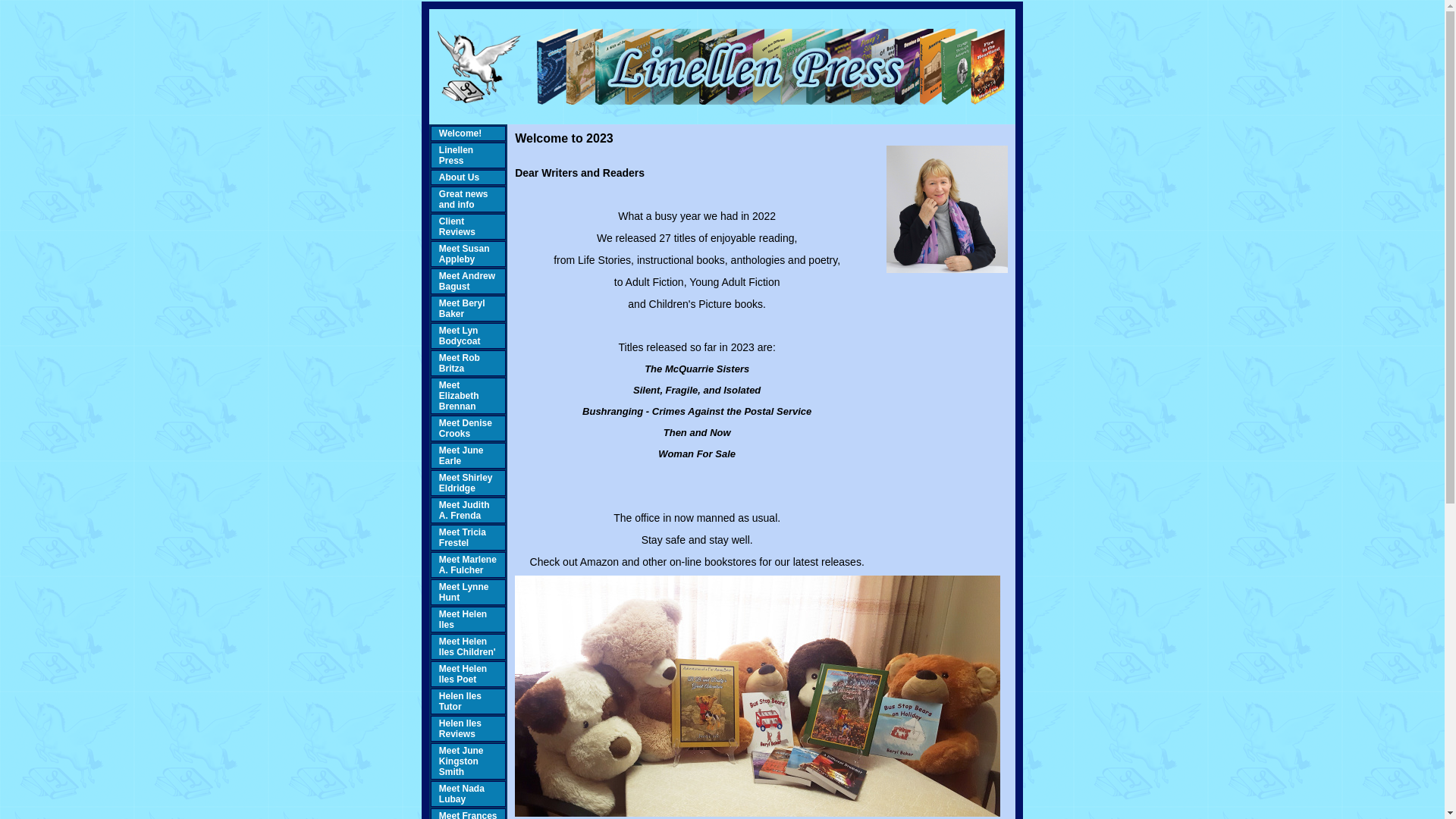  What do you see at coordinates (460, 761) in the screenshot?
I see `'Meet June Kingston Smith'` at bounding box center [460, 761].